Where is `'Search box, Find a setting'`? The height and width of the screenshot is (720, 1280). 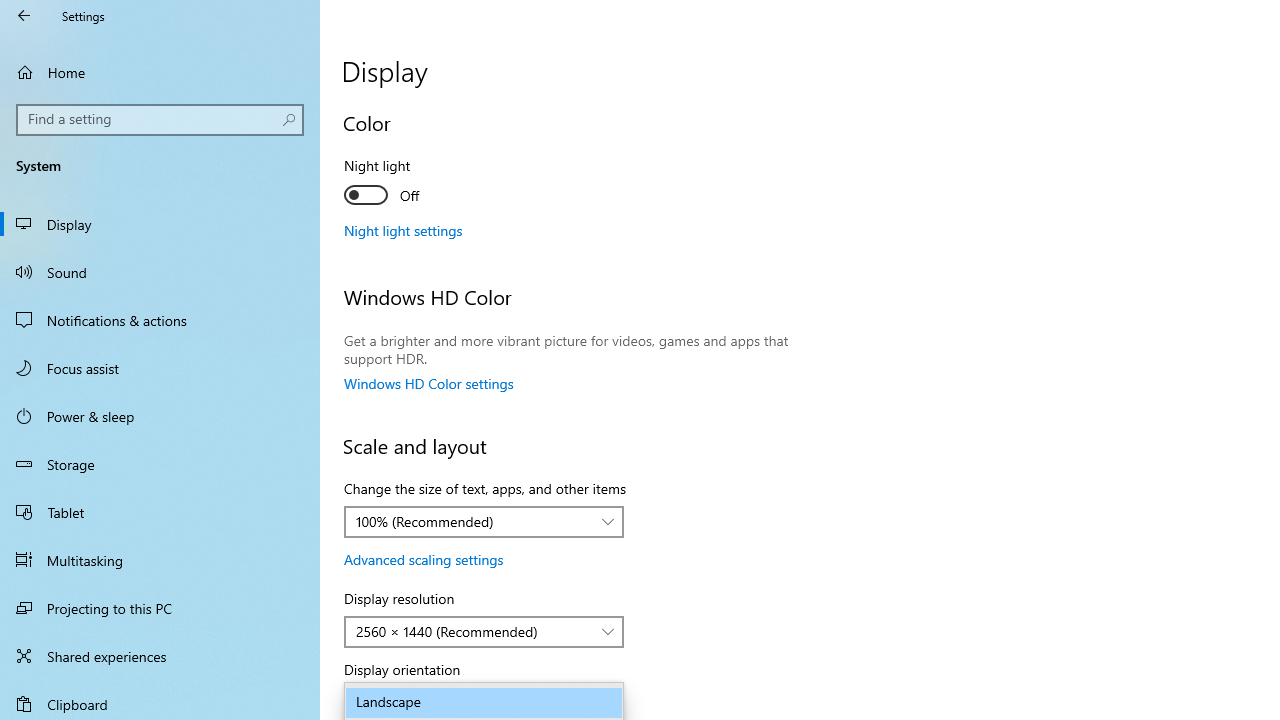
'Search box, Find a setting' is located at coordinates (160, 119).